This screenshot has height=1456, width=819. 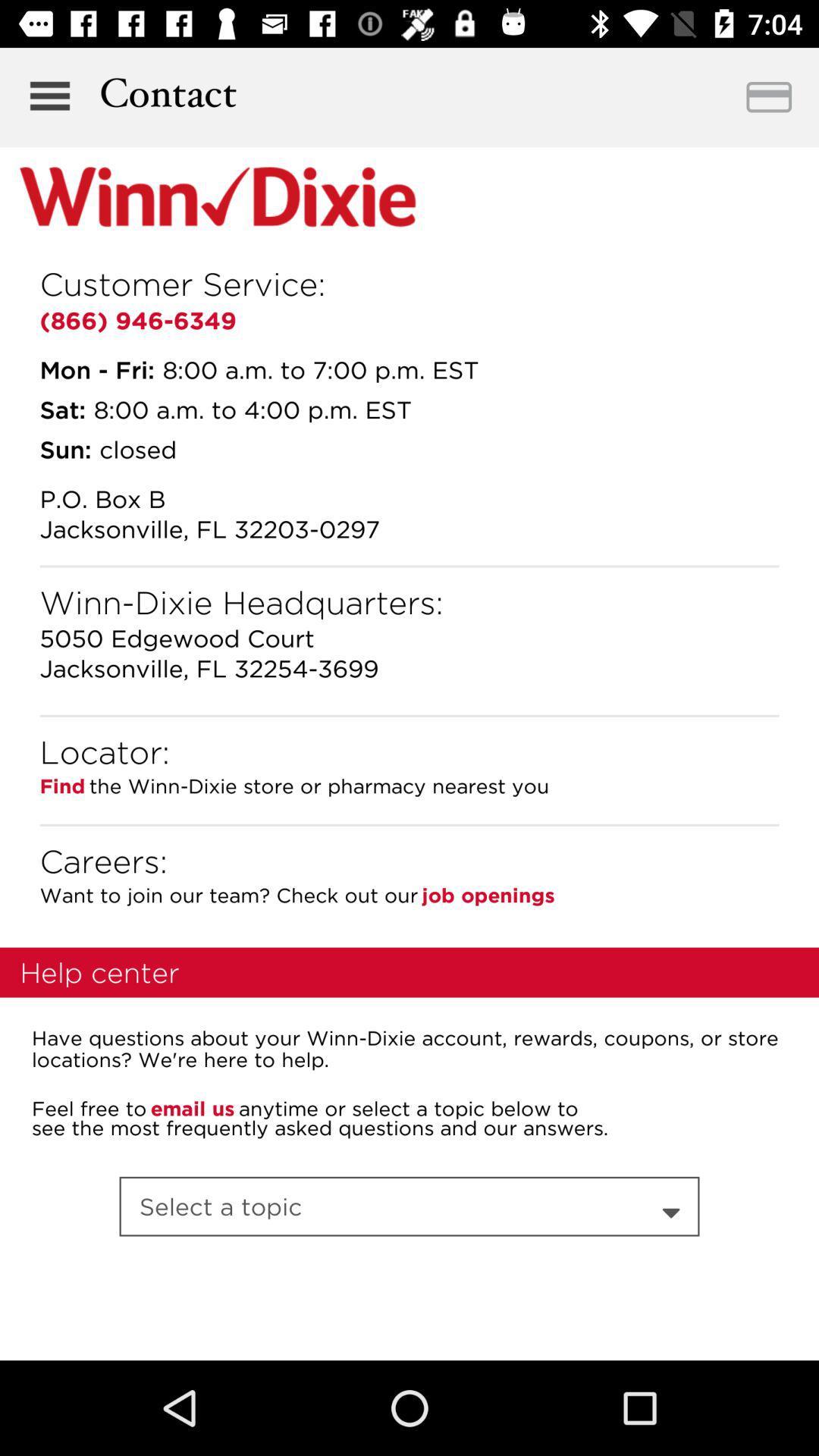 What do you see at coordinates (409, 566) in the screenshot?
I see `the icon below jacksonville fl 32203` at bounding box center [409, 566].